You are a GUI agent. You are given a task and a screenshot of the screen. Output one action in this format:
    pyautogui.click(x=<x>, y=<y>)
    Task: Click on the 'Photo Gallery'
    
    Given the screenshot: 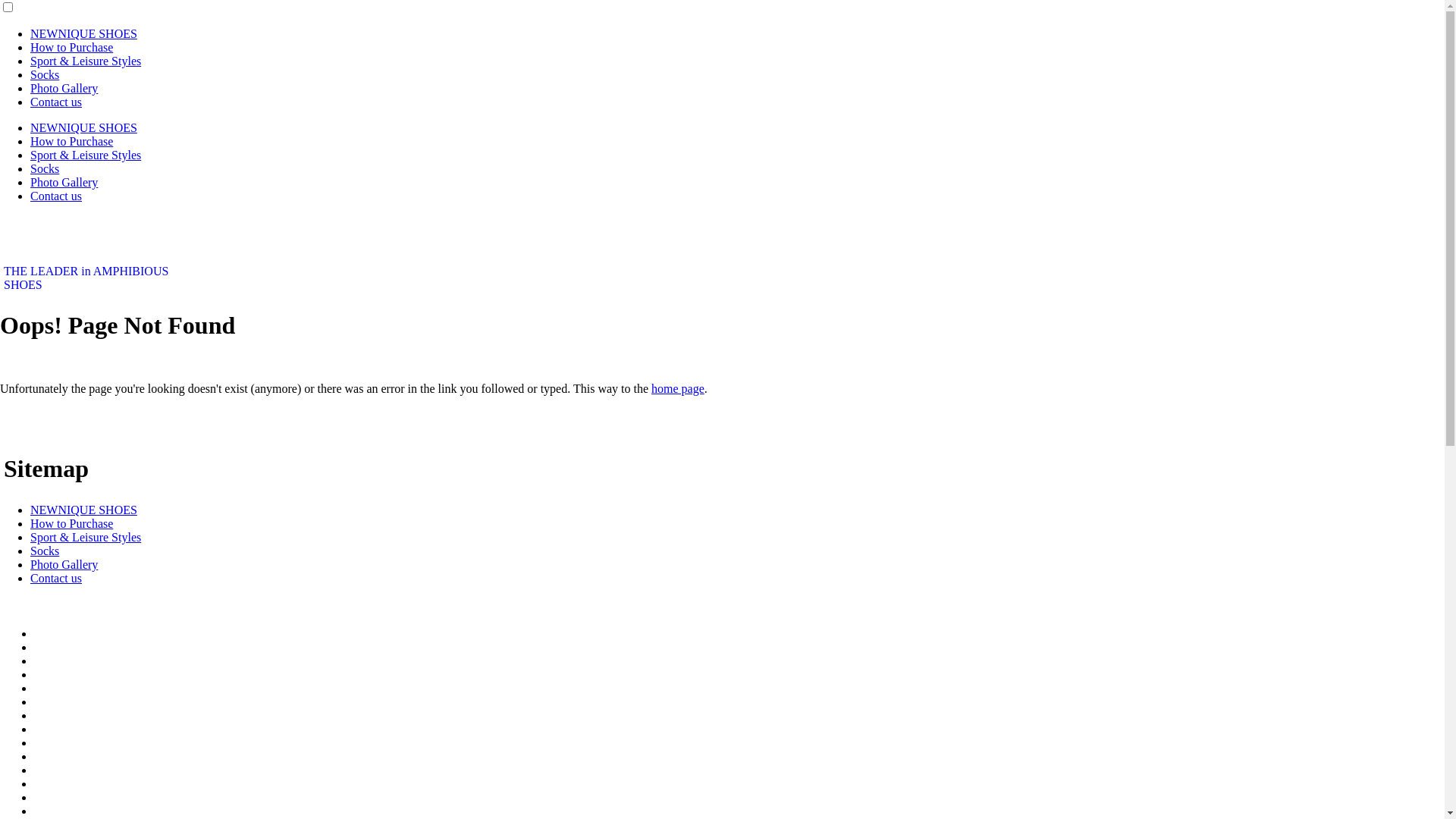 What is the action you would take?
    pyautogui.click(x=63, y=564)
    